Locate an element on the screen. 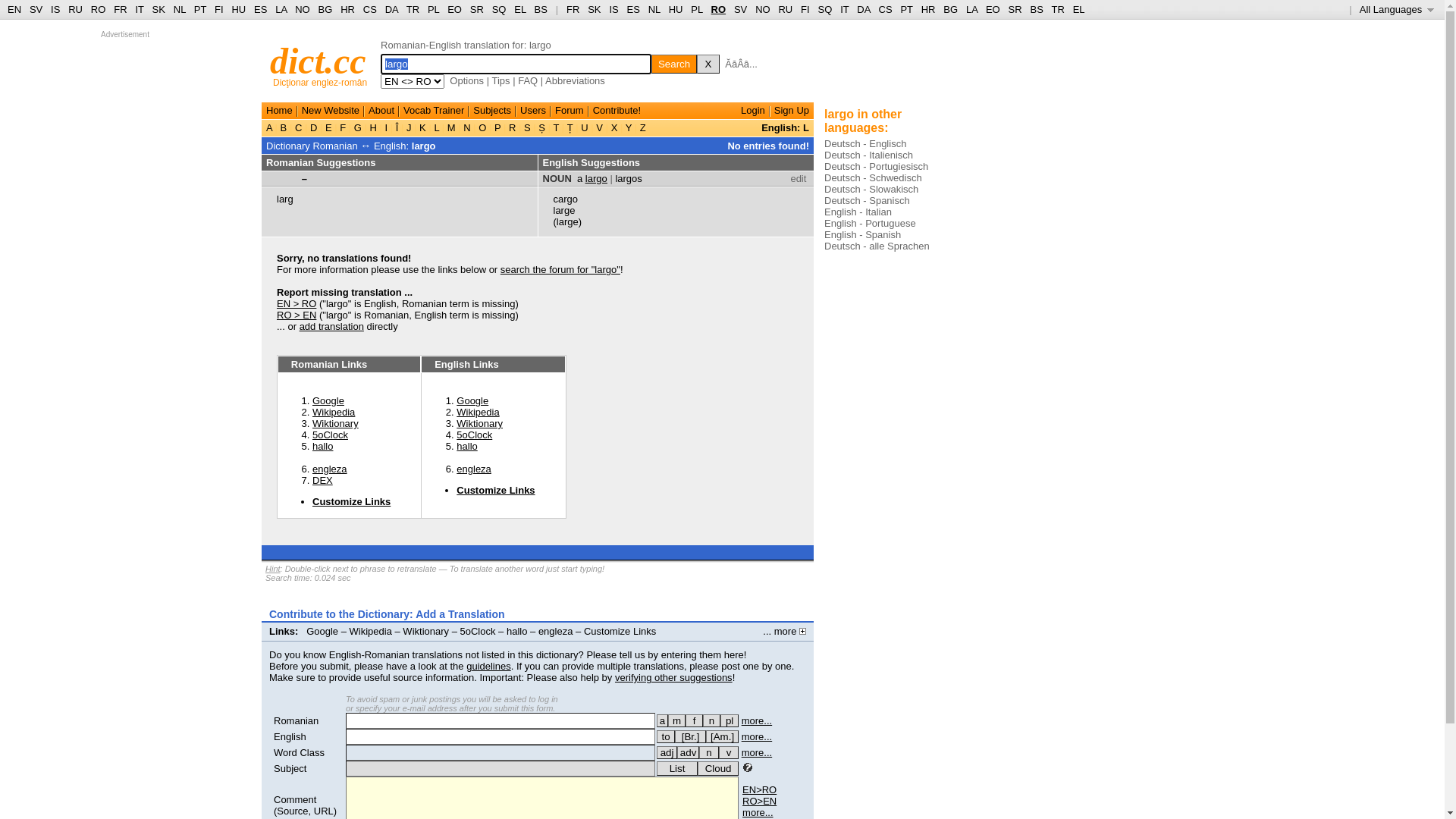  'a largo' is located at coordinates (576, 177).